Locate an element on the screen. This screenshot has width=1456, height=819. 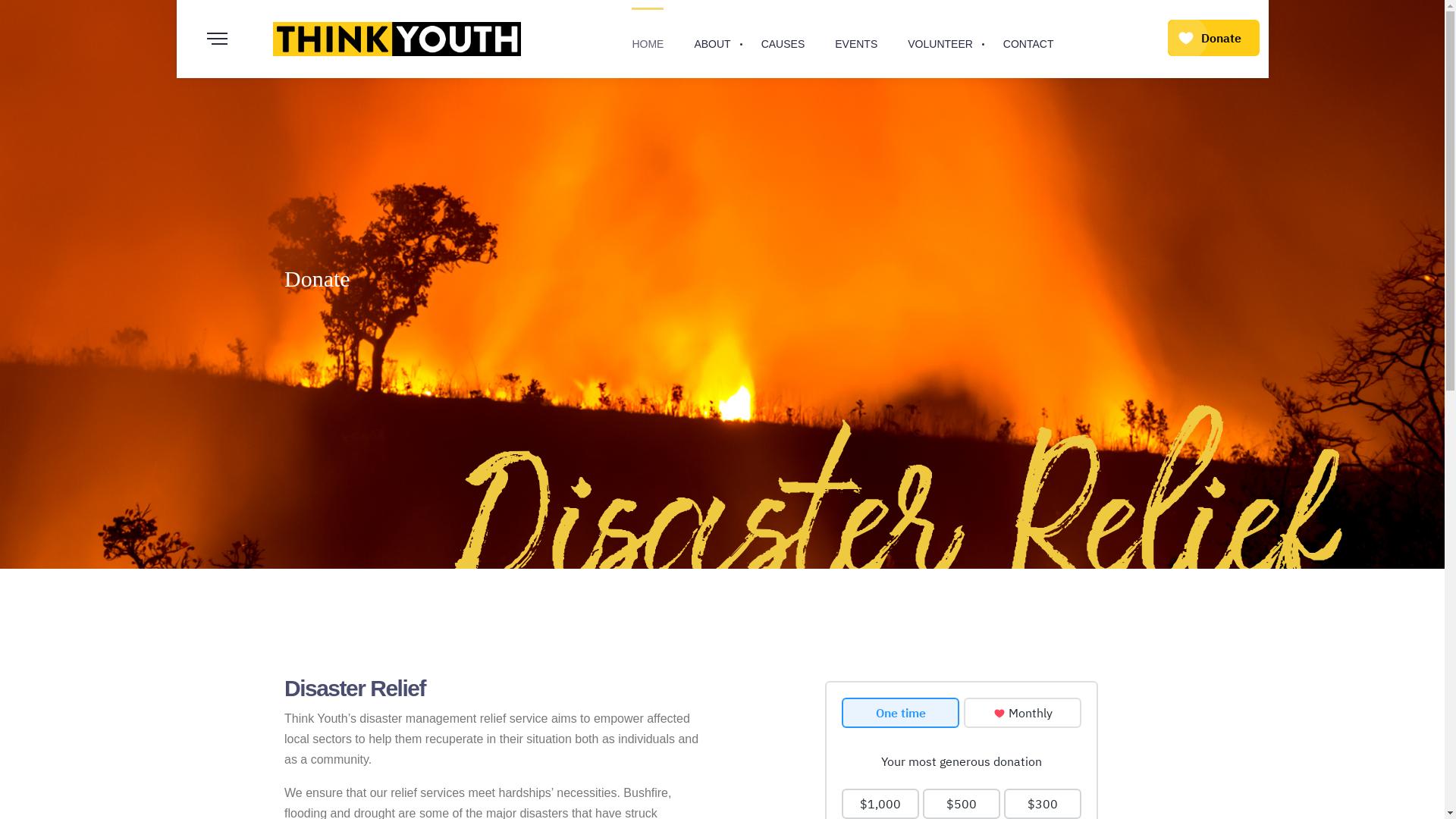
'Donate Button' is located at coordinates (1213, 37).